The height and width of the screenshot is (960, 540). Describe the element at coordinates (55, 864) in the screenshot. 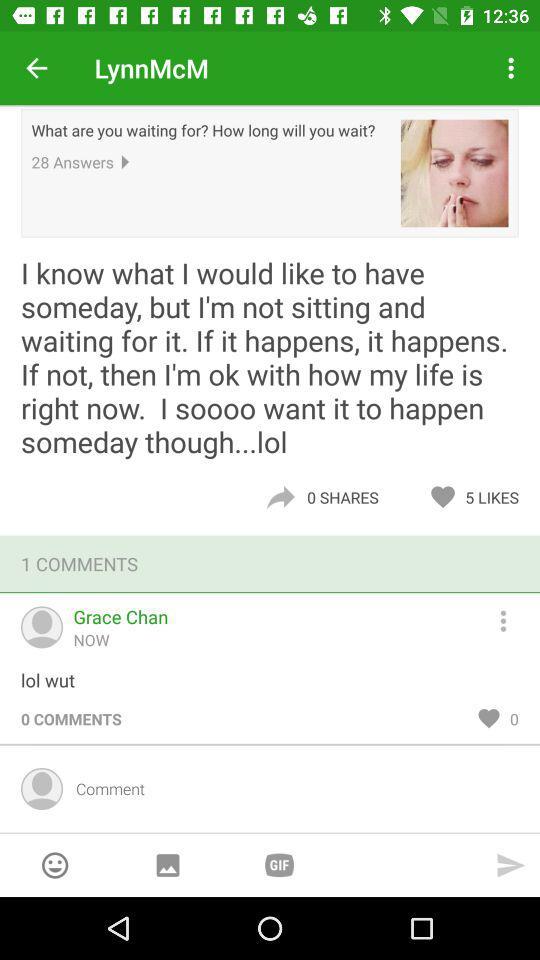

I see `an emoji` at that location.